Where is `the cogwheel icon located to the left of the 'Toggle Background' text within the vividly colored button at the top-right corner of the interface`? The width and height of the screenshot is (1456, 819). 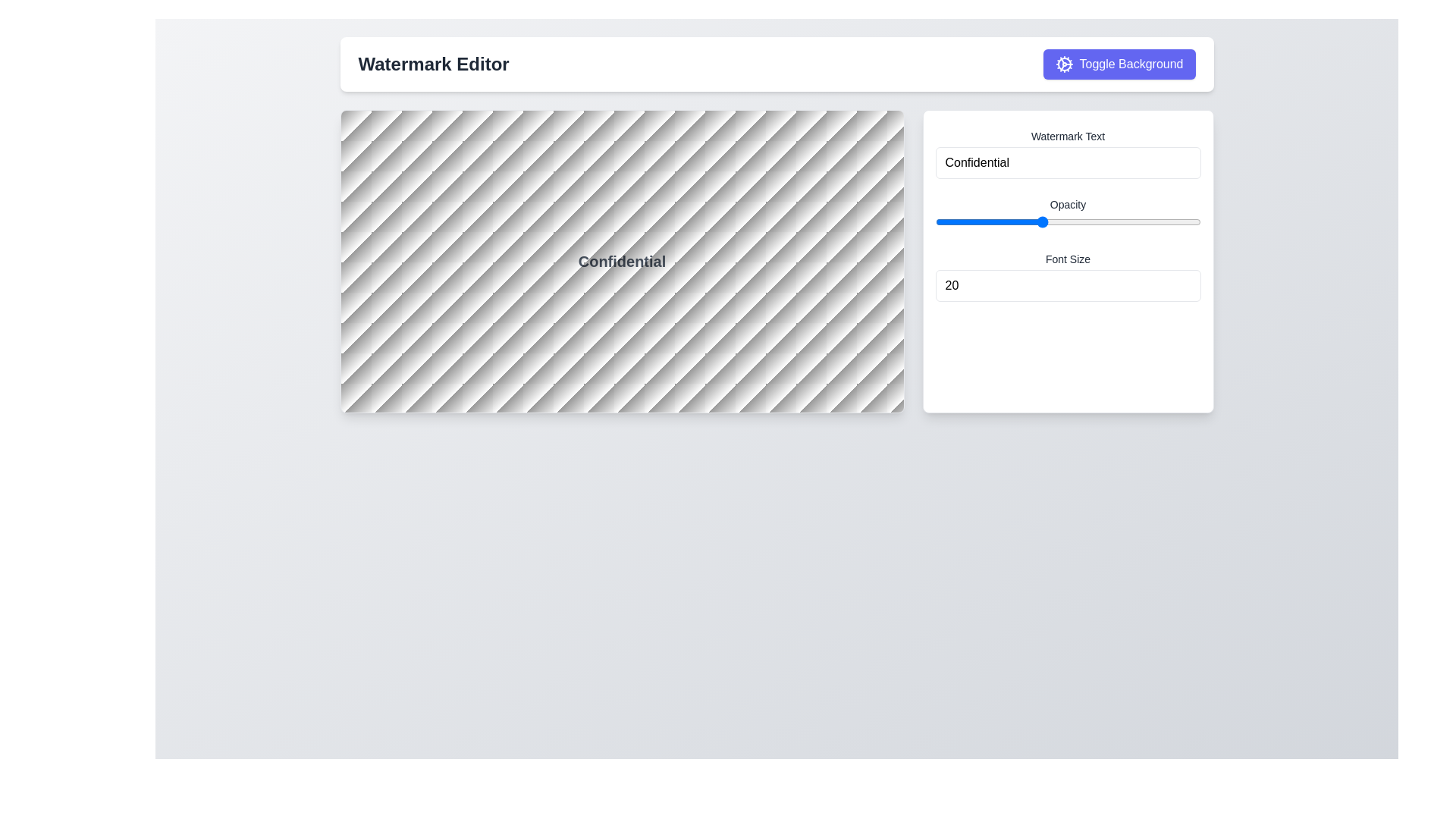 the cogwheel icon located to the left of the 'Toggle Background' text within the vividly colored button at the top-right corner of the interface is located at coordinates (1063, 63).